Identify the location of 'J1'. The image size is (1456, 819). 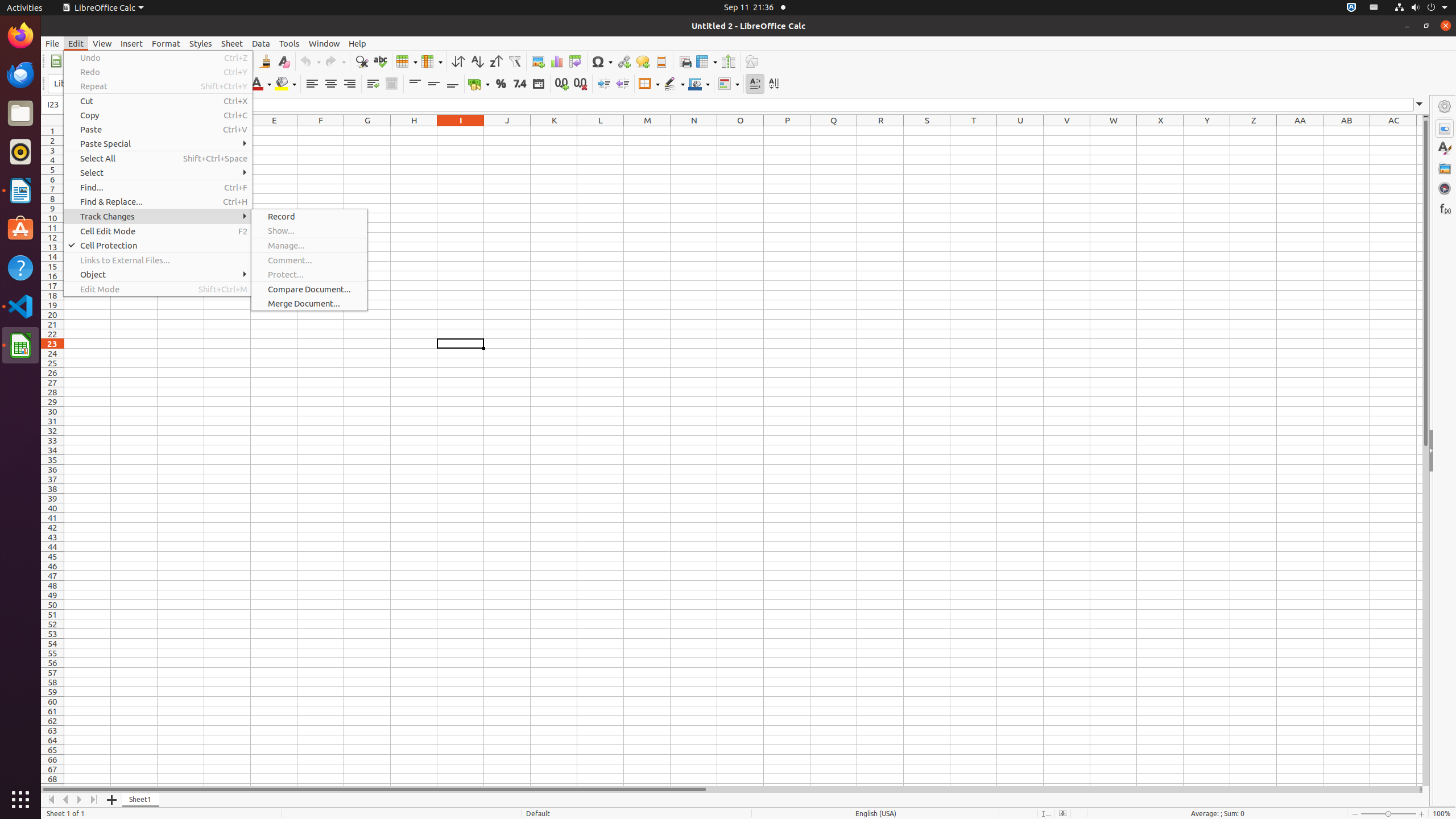
(506, 130).